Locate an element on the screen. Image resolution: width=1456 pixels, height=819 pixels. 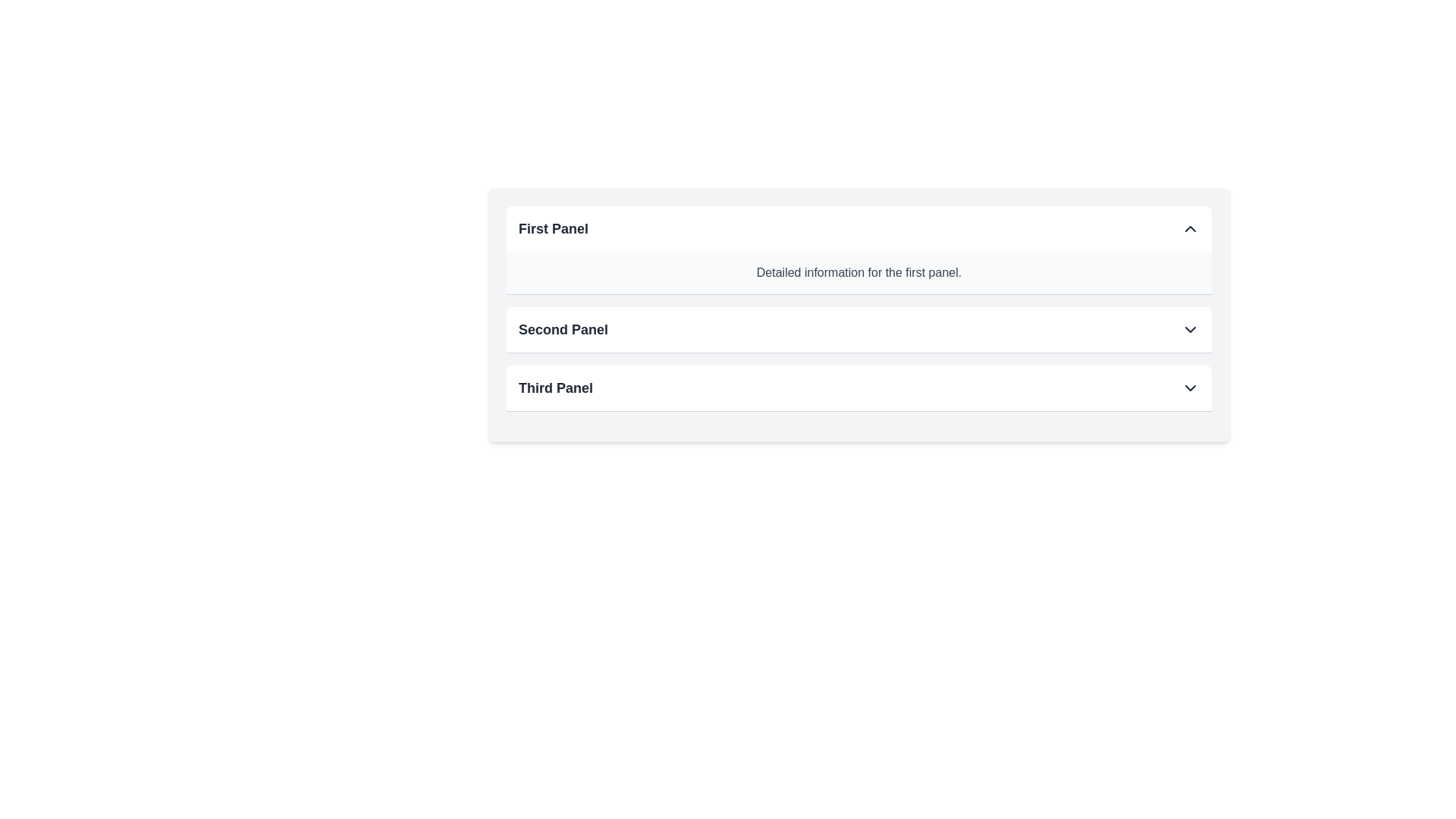
the Text Label element that reads 'Second Panel', which is styled in bold dark gray and positioned near the top-middle area of the second section of a vertically stacked list of panels is located at coordinates (563, 329).